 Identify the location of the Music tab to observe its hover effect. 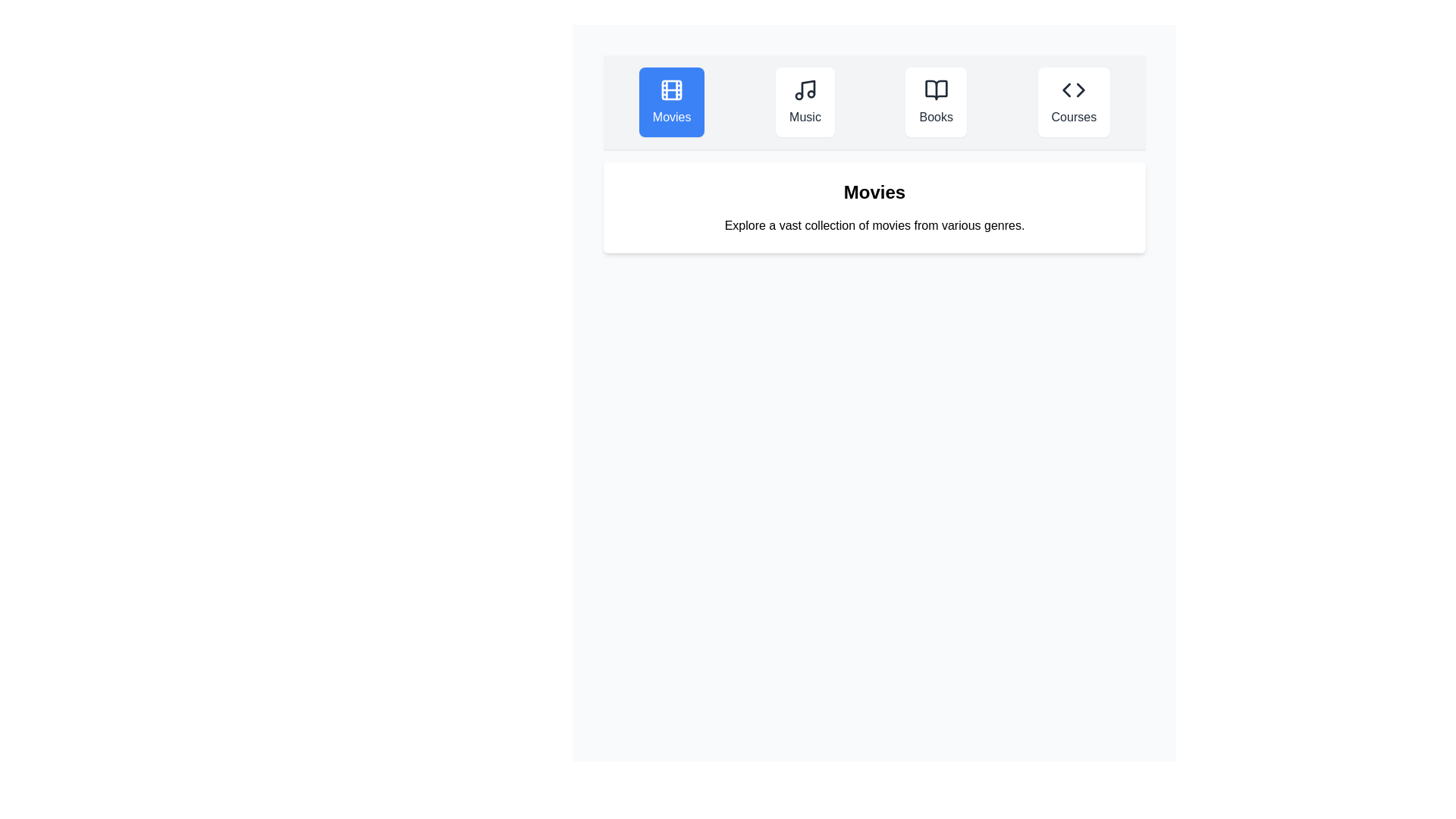
(804, 102).